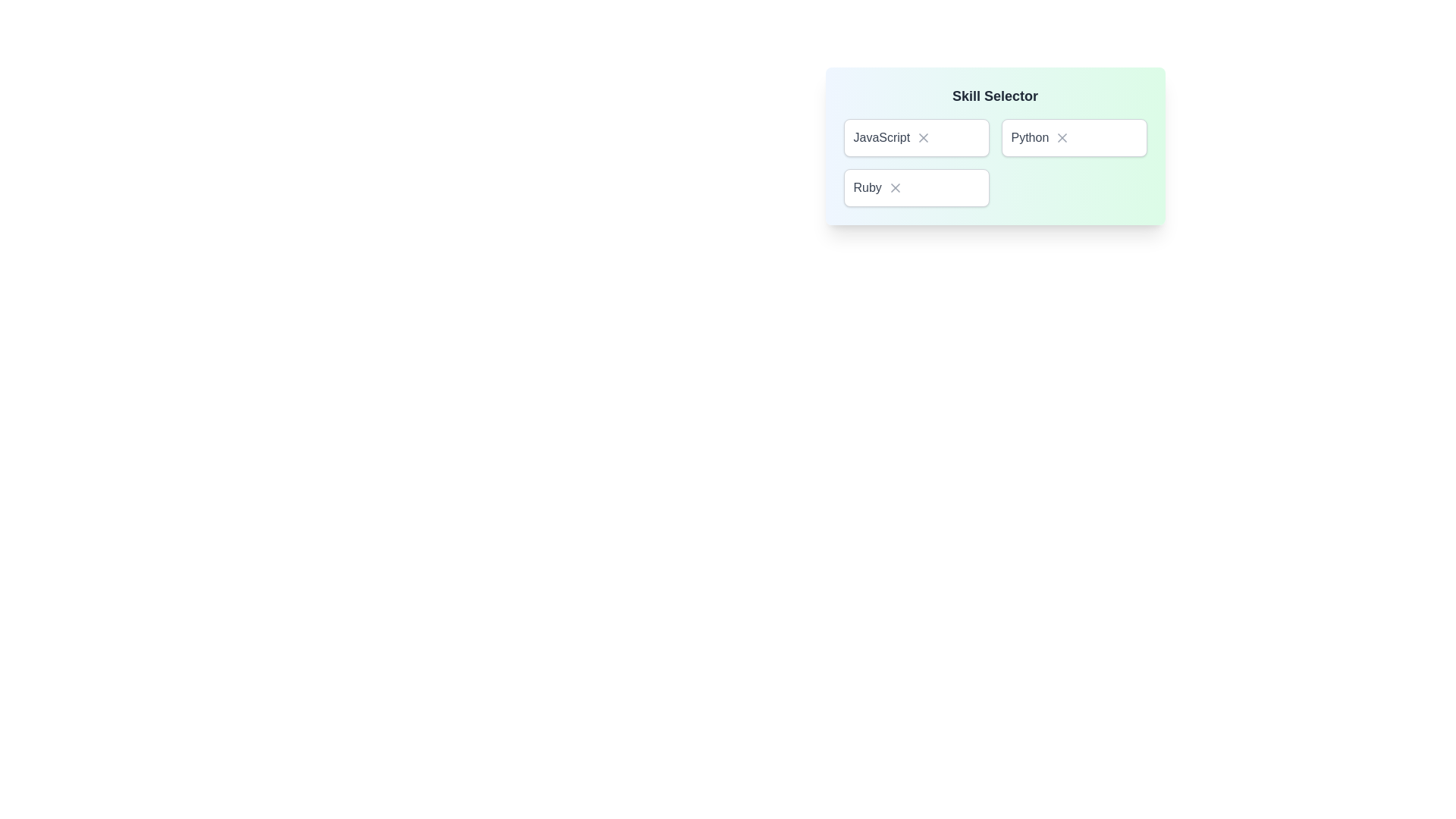 This screenshot has width=1456, height=819. Describe the element at coordinates (1073, 137) in the screenshot. I see `the chip labeled Python` at that location.